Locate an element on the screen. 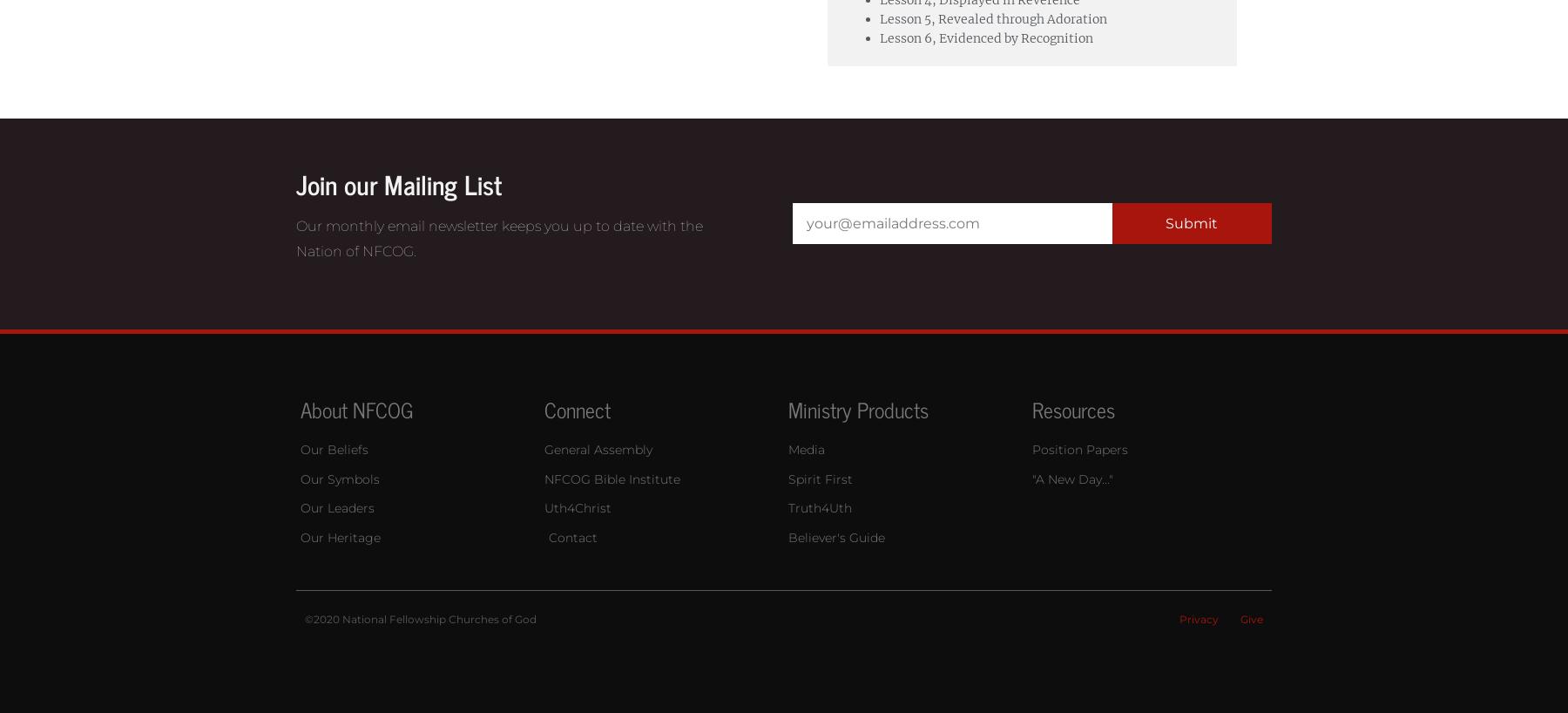 This screenshot has width=1568, height=713. 'Our Heritage' is located at coordinates (340, 538).